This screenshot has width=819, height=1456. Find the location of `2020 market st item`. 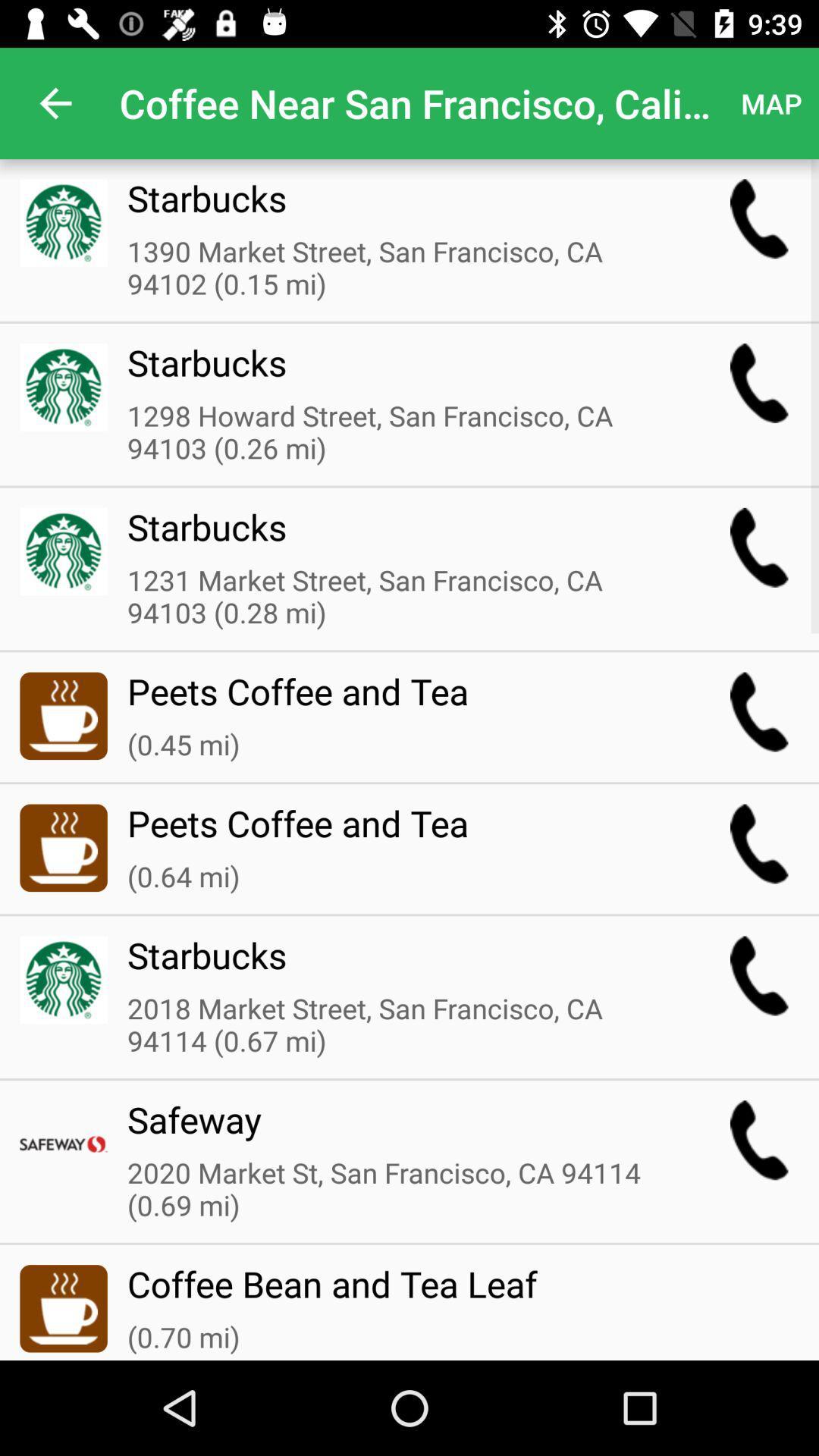

2020 market st item is located at coordinates (397, 1189).